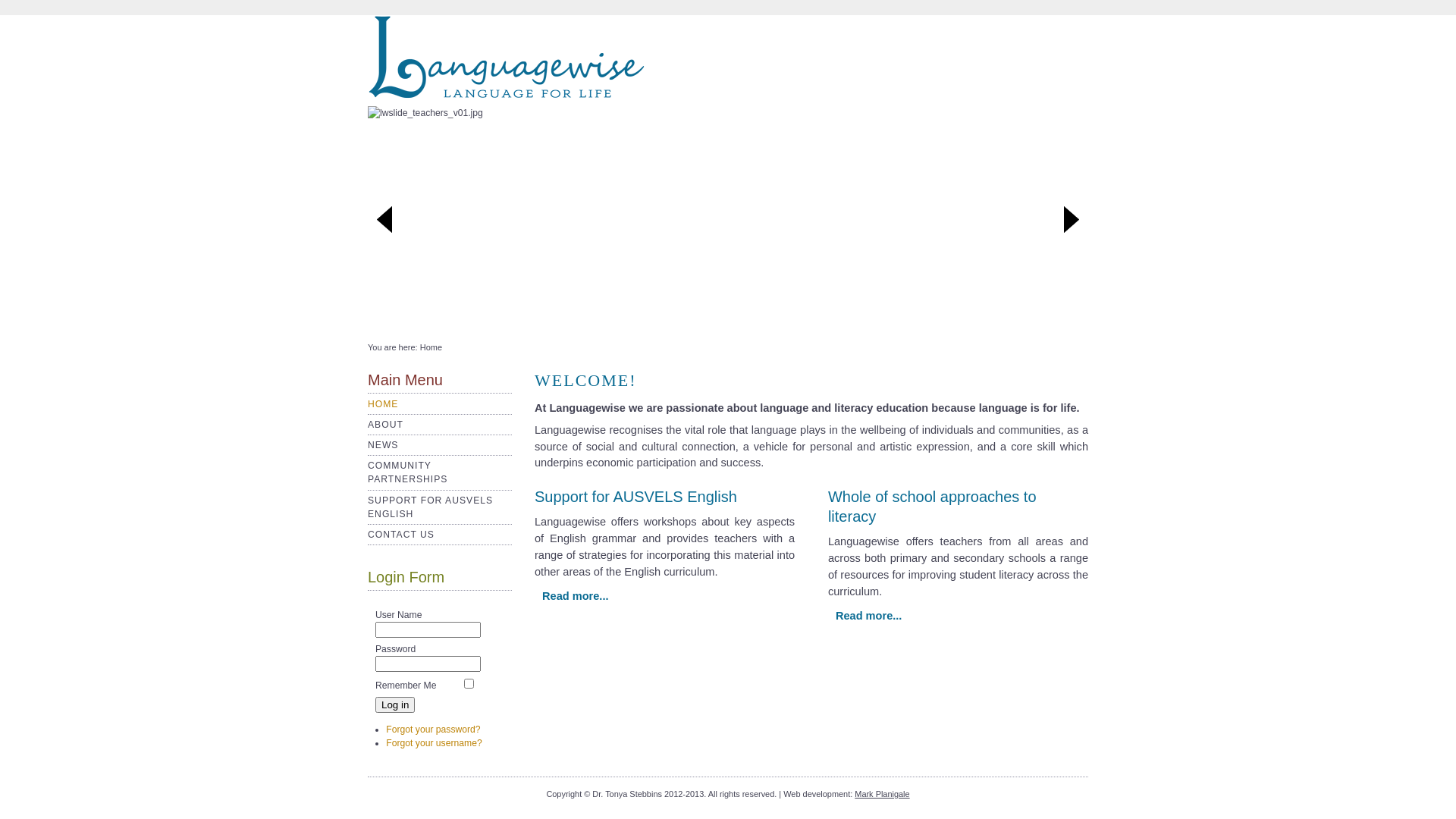 The width and height of the screenshot is (1456, 819). Describe the element at coordinates (367, 472) in the screenshot. I see `'COMMUNITY PARTNERSHIPS'` at that location.